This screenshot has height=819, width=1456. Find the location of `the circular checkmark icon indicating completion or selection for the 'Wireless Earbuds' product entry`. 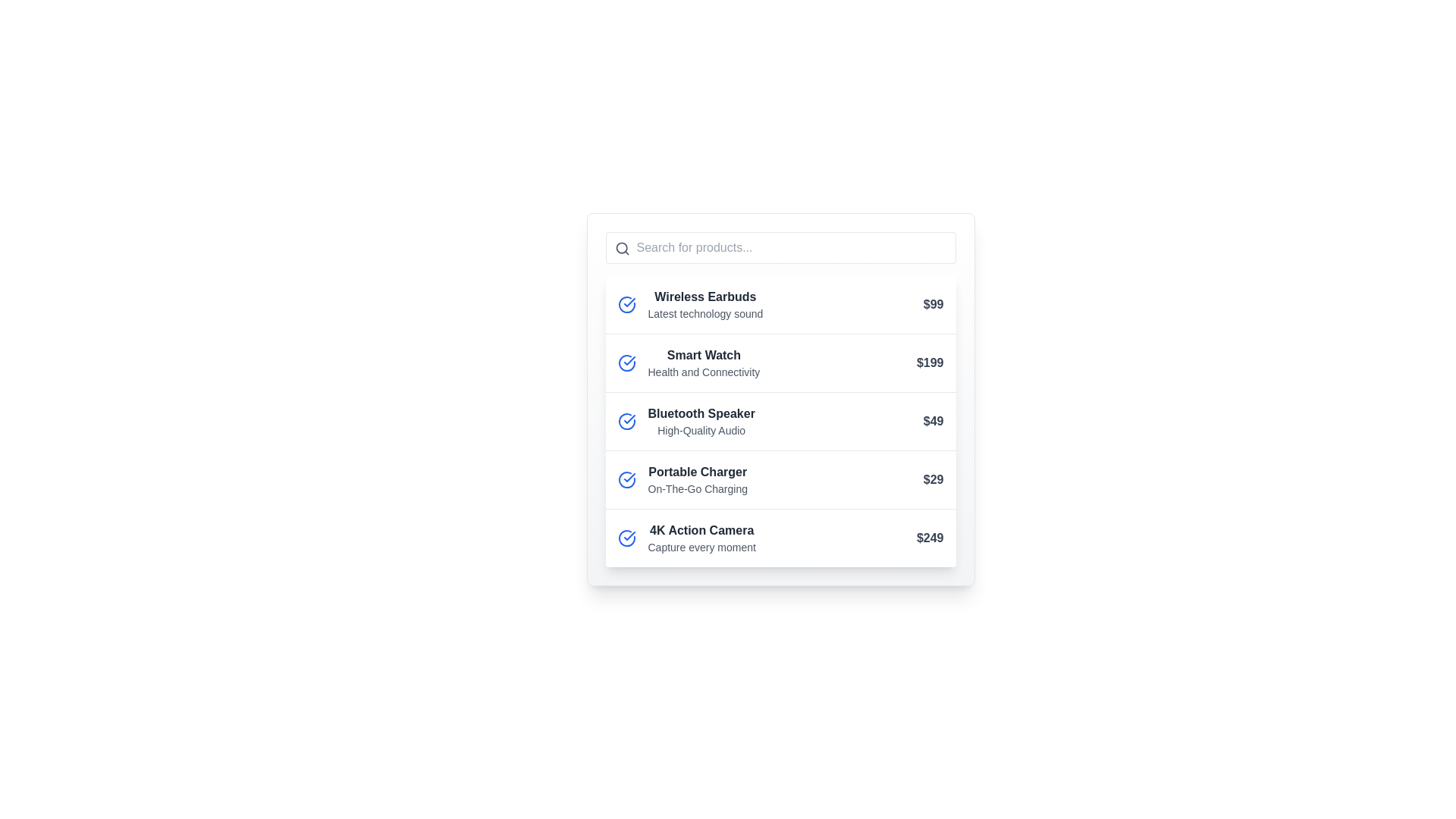

the circular checkmark icon indicating completion or selection for the 'Wireless Earbuds' product entry is located at coordinates (626, 304).